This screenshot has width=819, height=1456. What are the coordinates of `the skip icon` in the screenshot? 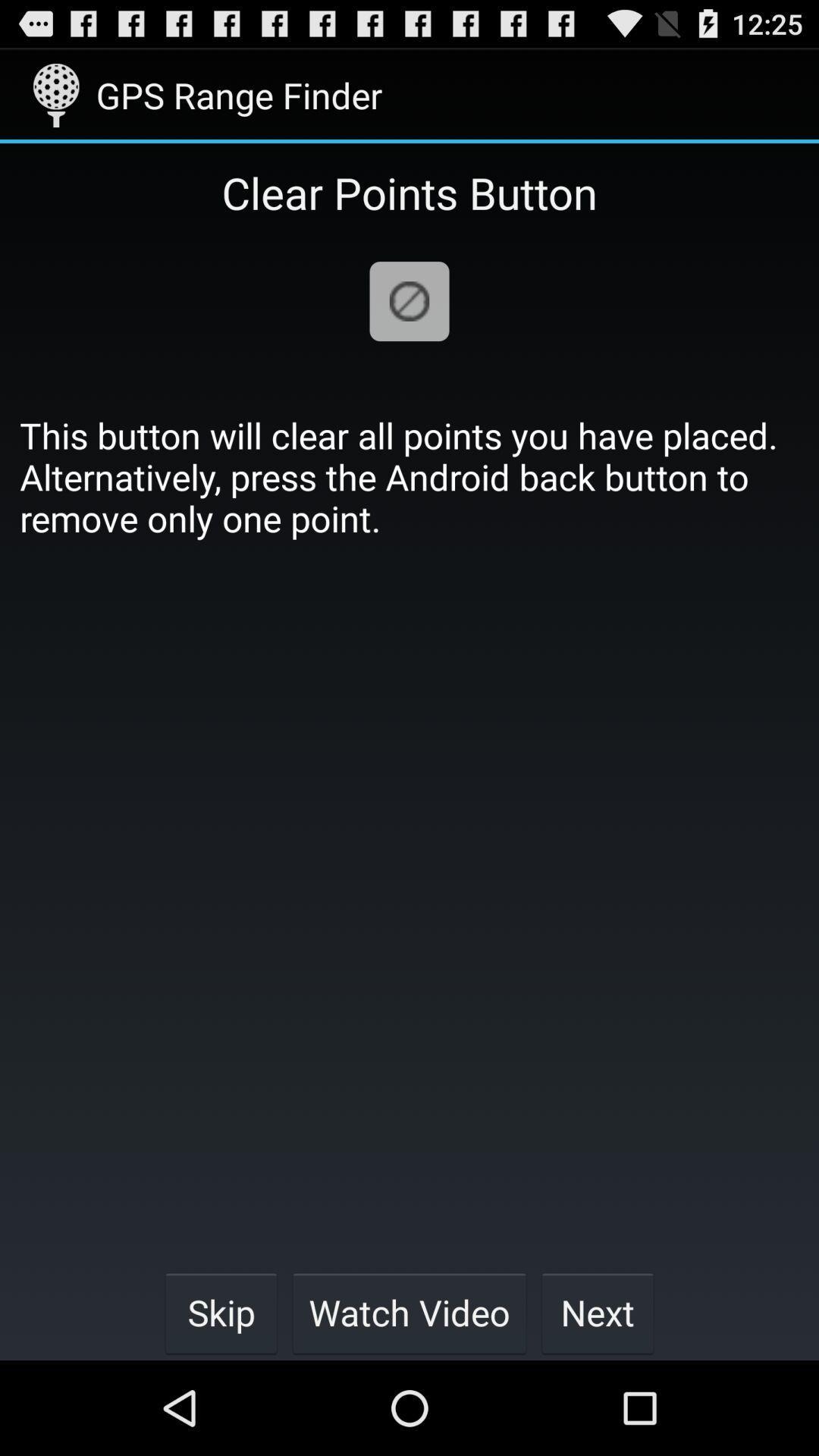 It's located at (221, 1312).